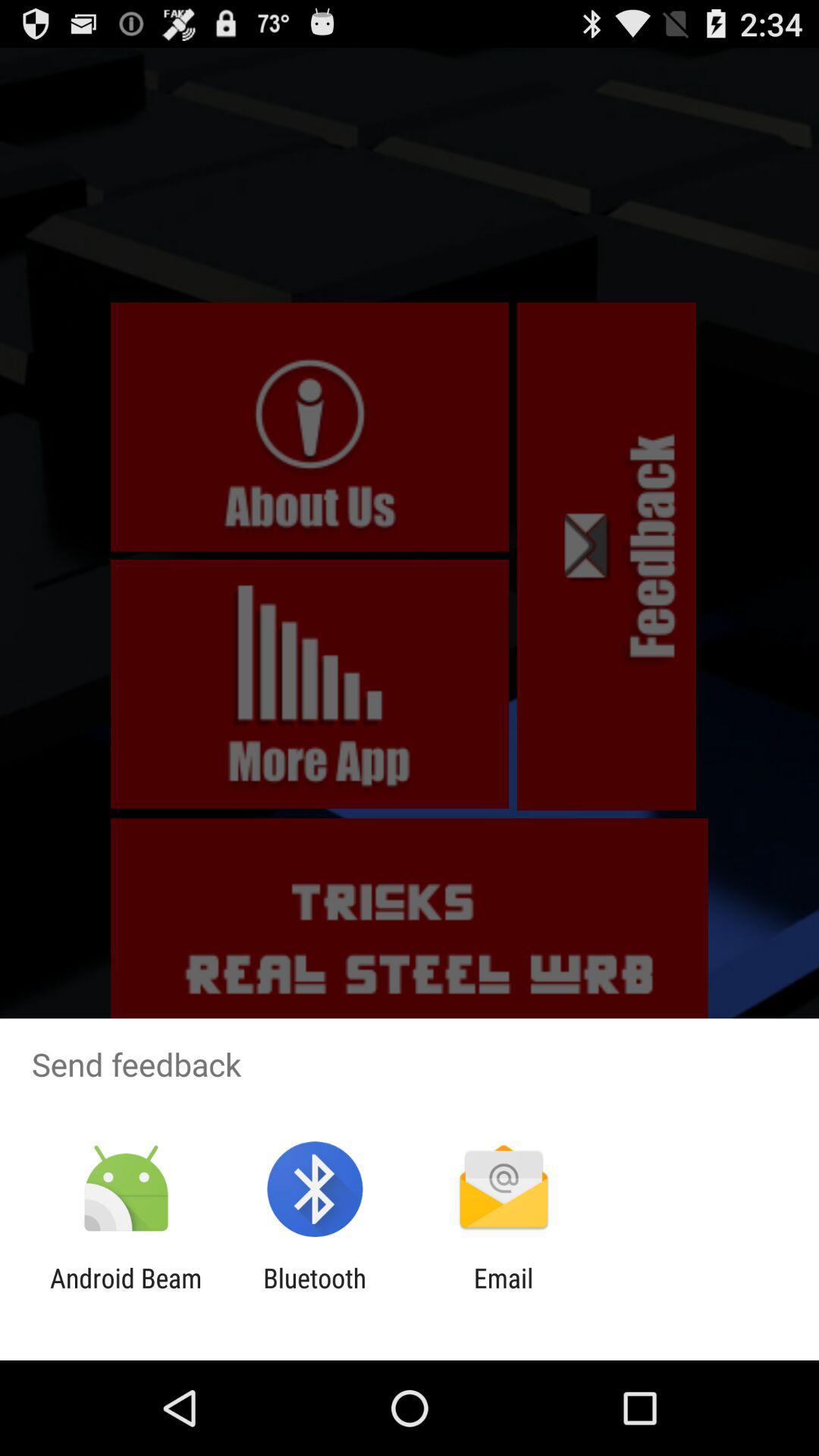 The image size is (819, 1456). Describe the element at coordinates (314, 1293) in the screenshot. I see `item next to the email item` at that location.